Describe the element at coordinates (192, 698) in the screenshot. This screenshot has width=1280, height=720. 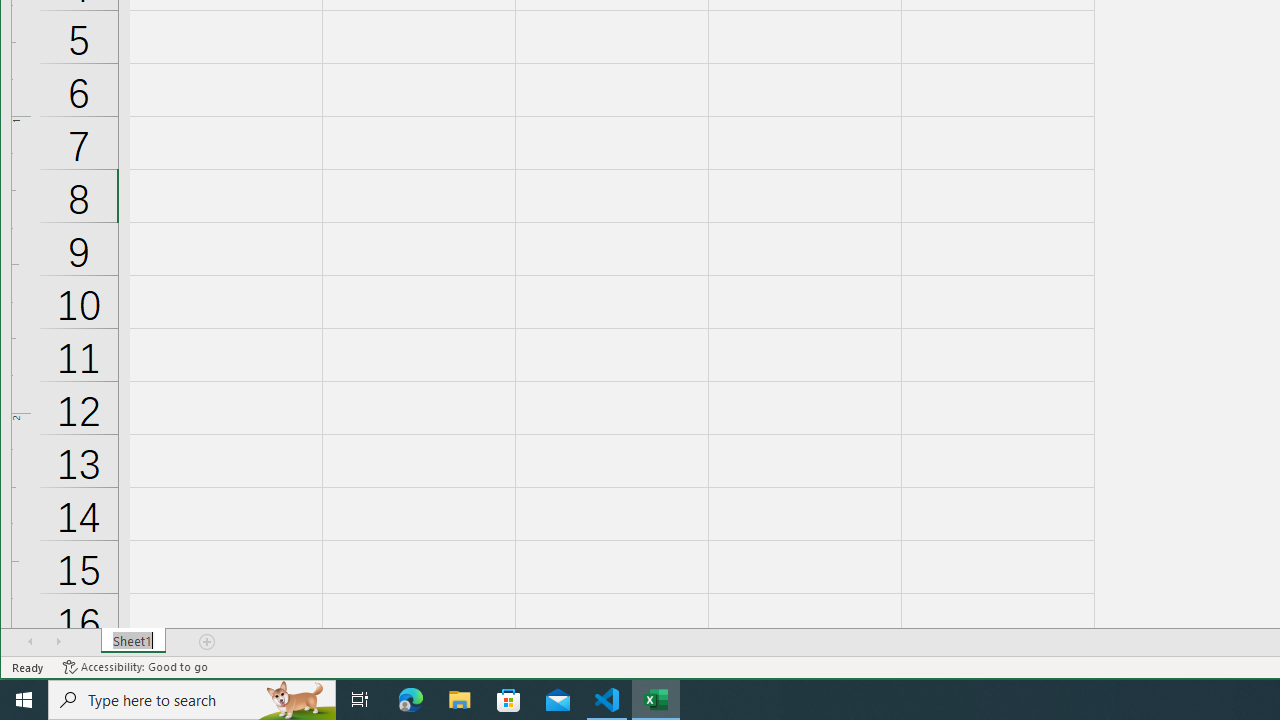
I see `'Type here to search'` at that location.